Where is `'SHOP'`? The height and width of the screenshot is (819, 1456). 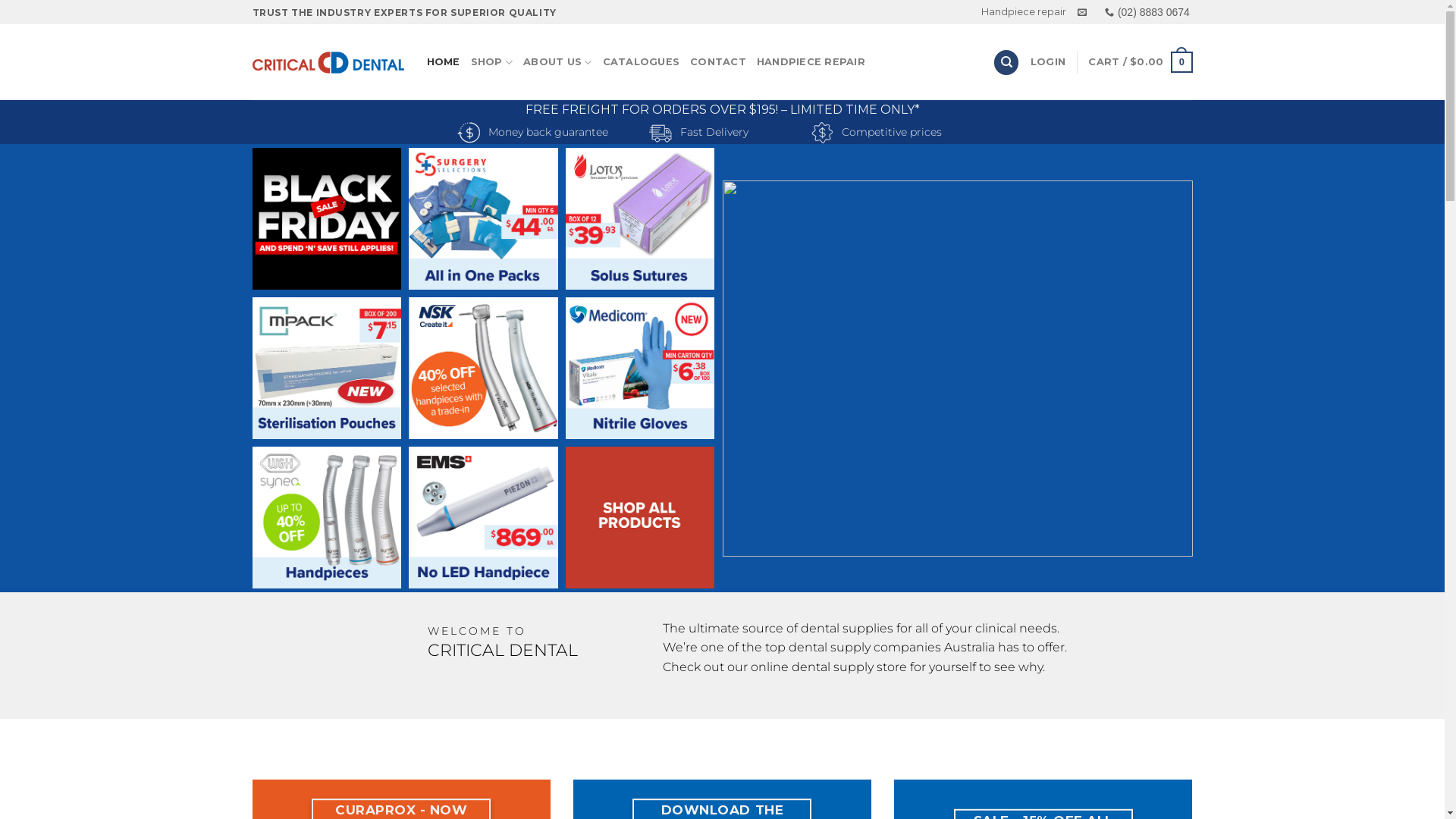
'SHOP' is located at coordinates (469, 61).